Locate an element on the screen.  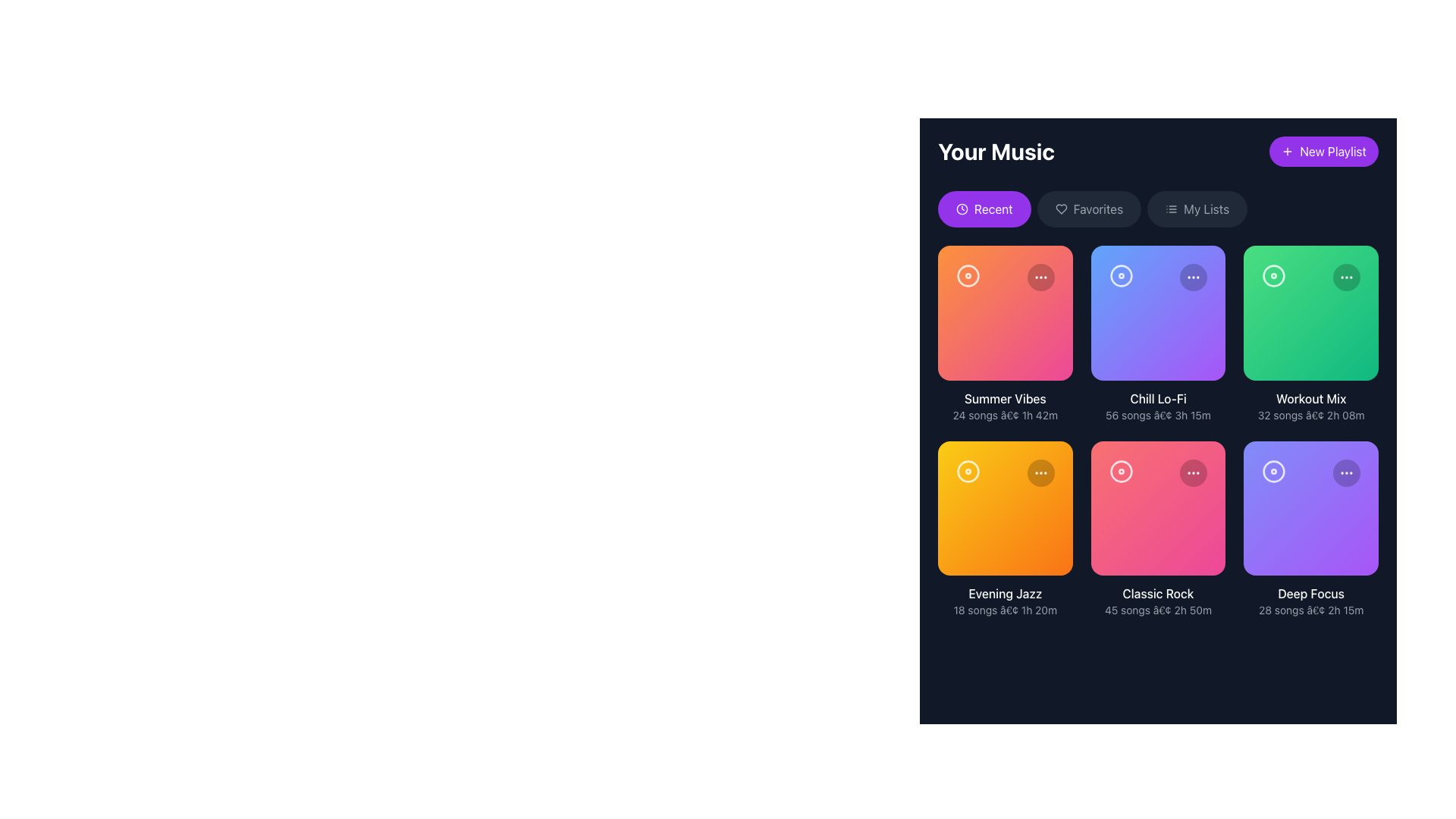
the circular icon with a lighter border located on the orange-pink gradient background of the 'Summer Vibes' card, positioned at the top-left corner adjacent to the three-dot menu icon is located at coordinates (967, 275).